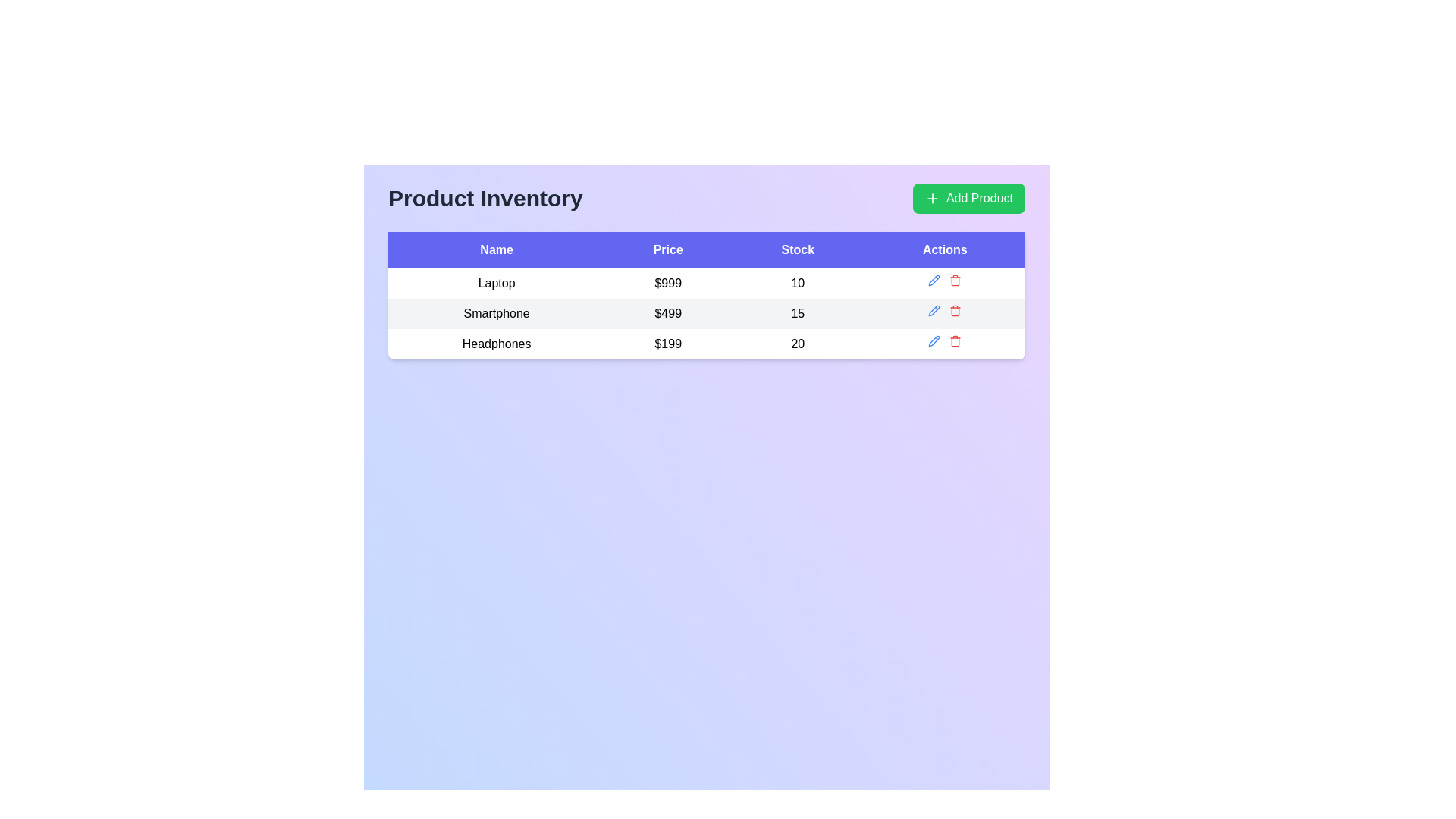  What do you see at coordinates (955, 309) in the screenshot?
I see `the trash icon in the actions column of the second row in the product inventory table to initiate the delete action` at bounding box center [955, 309].